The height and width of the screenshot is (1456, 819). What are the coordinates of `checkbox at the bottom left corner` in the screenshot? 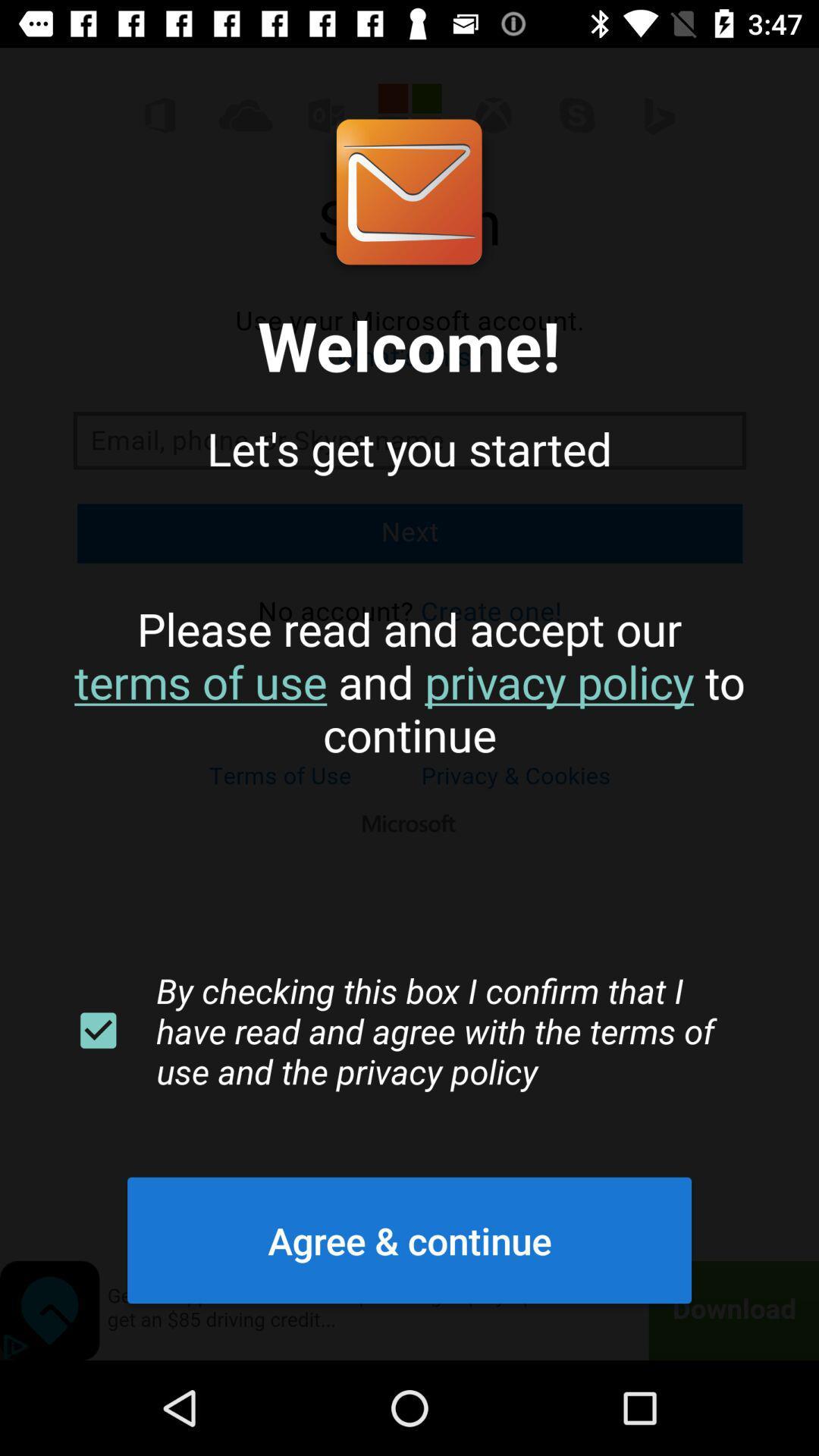 It's located at (98, 1031).